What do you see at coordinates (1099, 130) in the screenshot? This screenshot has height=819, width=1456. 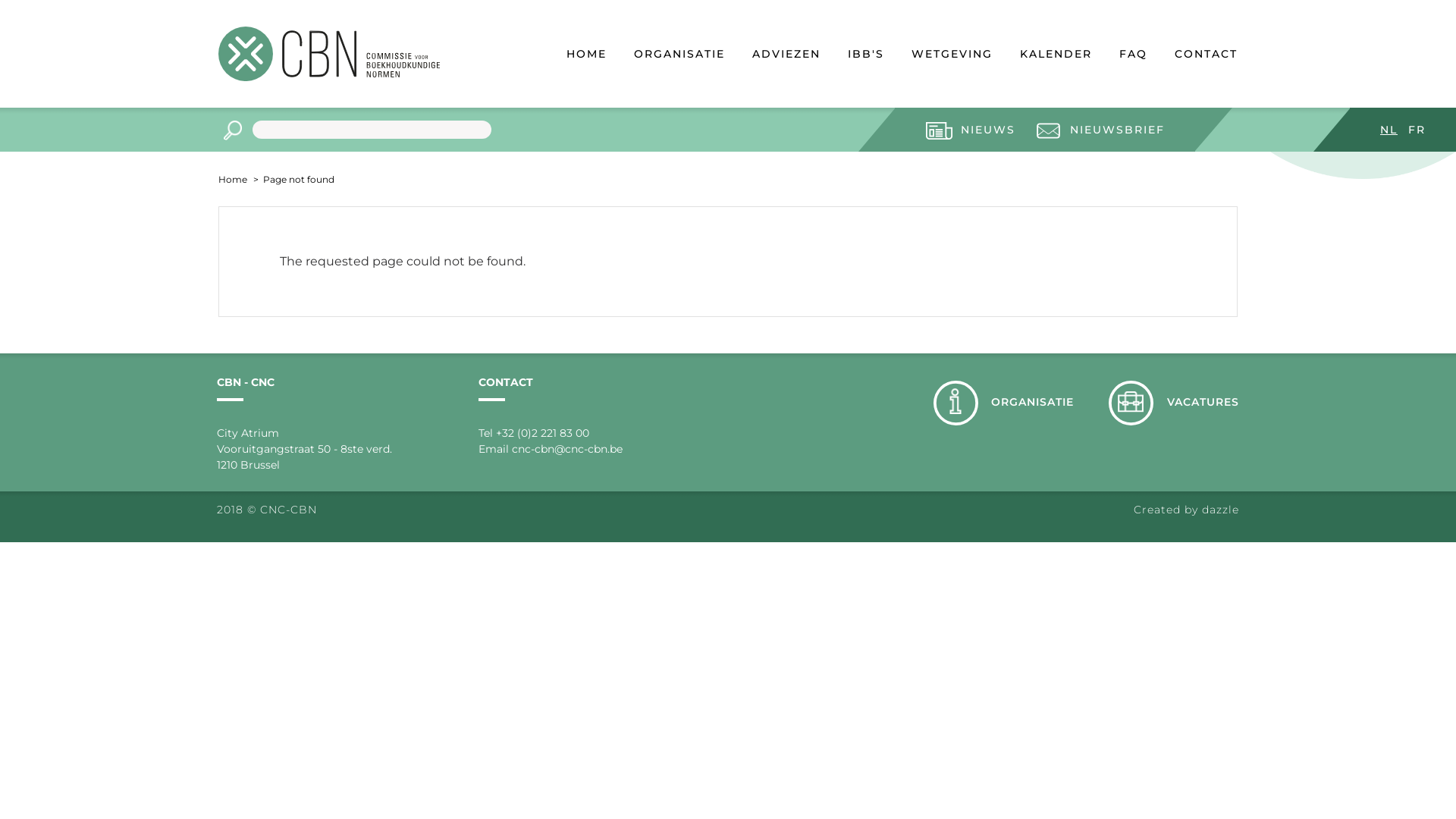 I see `'NIEUWSBRIEF'` at bounding box center [1099, 130].